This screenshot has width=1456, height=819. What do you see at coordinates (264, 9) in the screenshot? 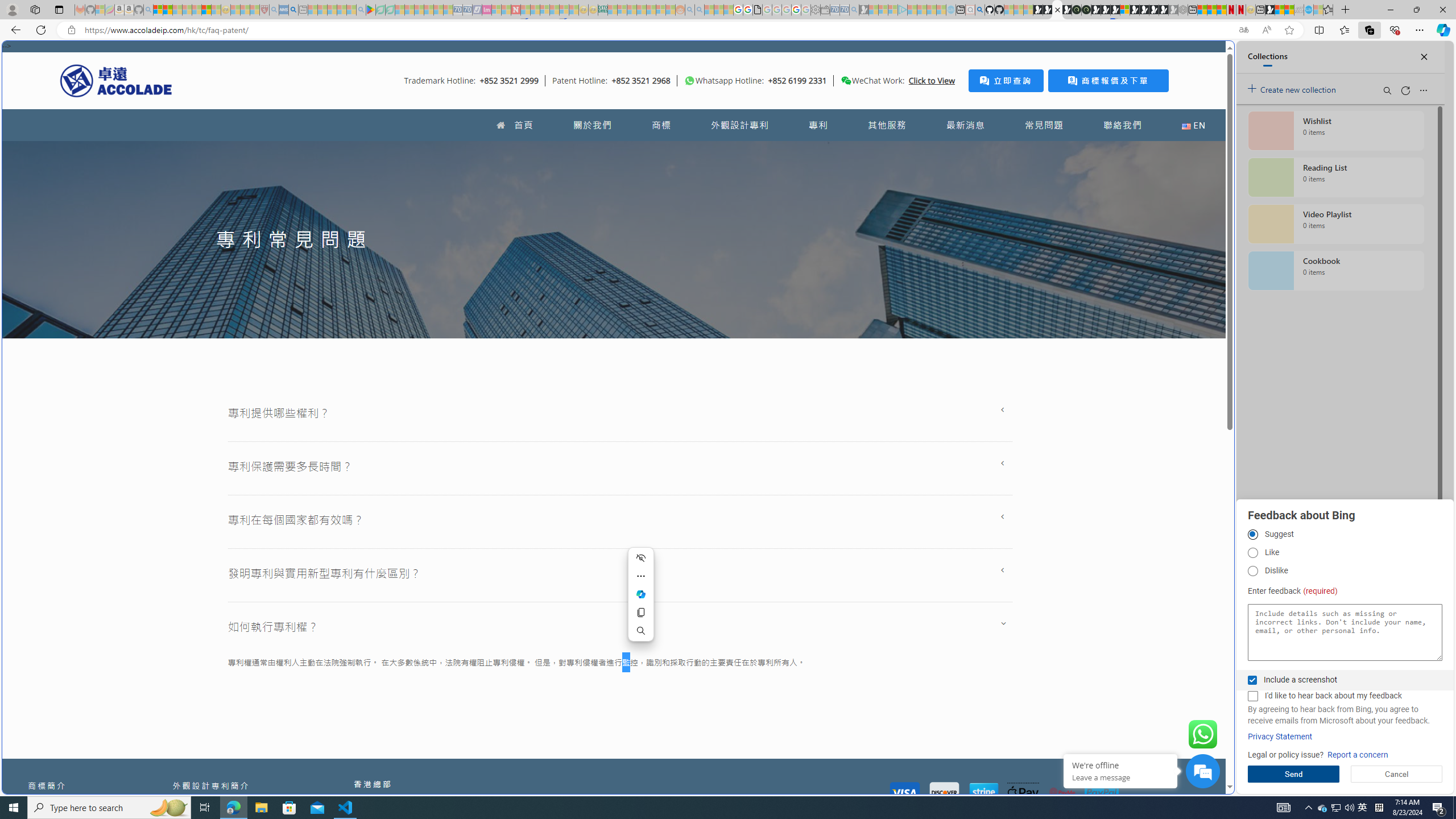
I see `'Robert H. Shmerling, MD - Harvard Health - Sleeping'` at bounding box center [264, 9].